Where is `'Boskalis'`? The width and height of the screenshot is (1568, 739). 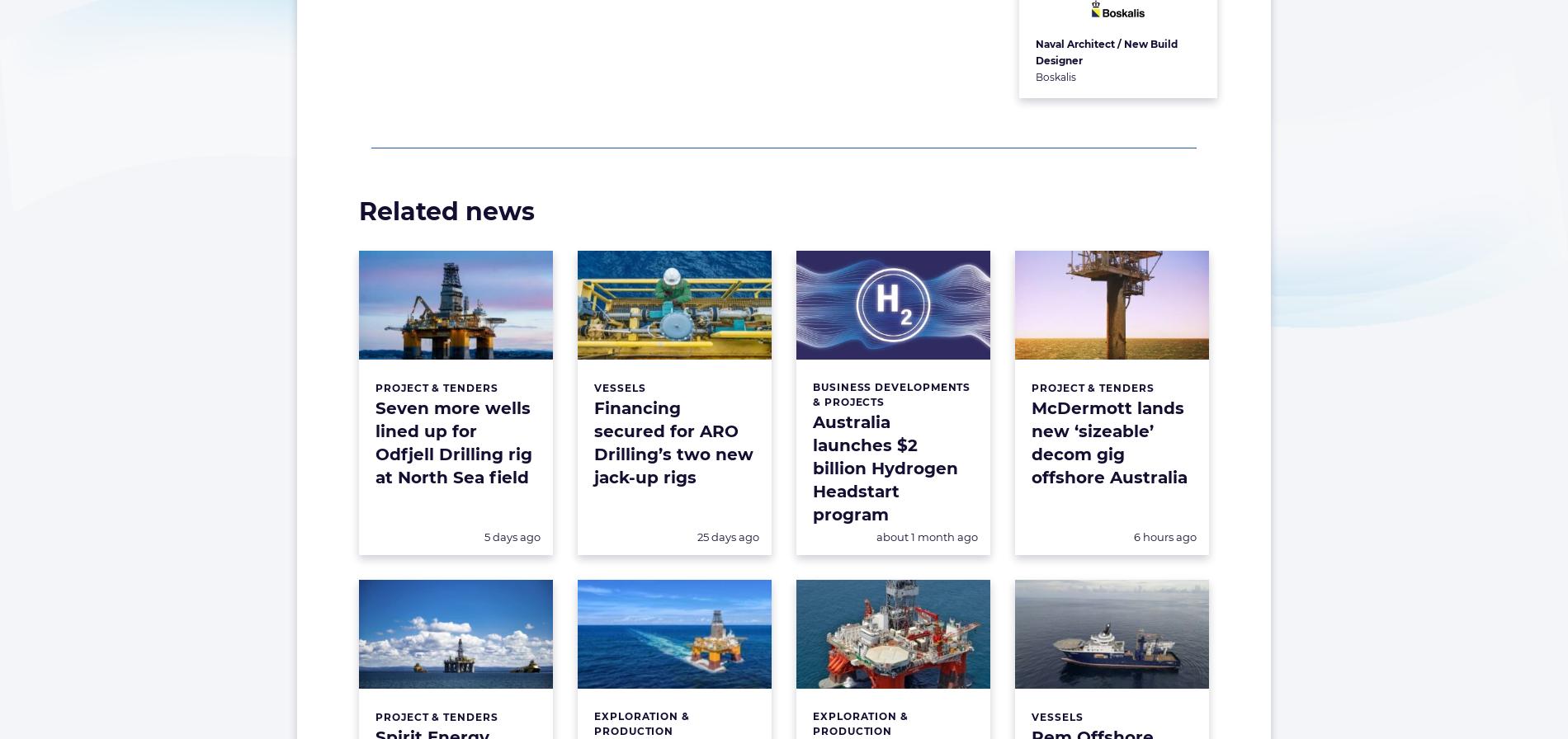 'Boskalis' is located at coordinates (1034, 76).